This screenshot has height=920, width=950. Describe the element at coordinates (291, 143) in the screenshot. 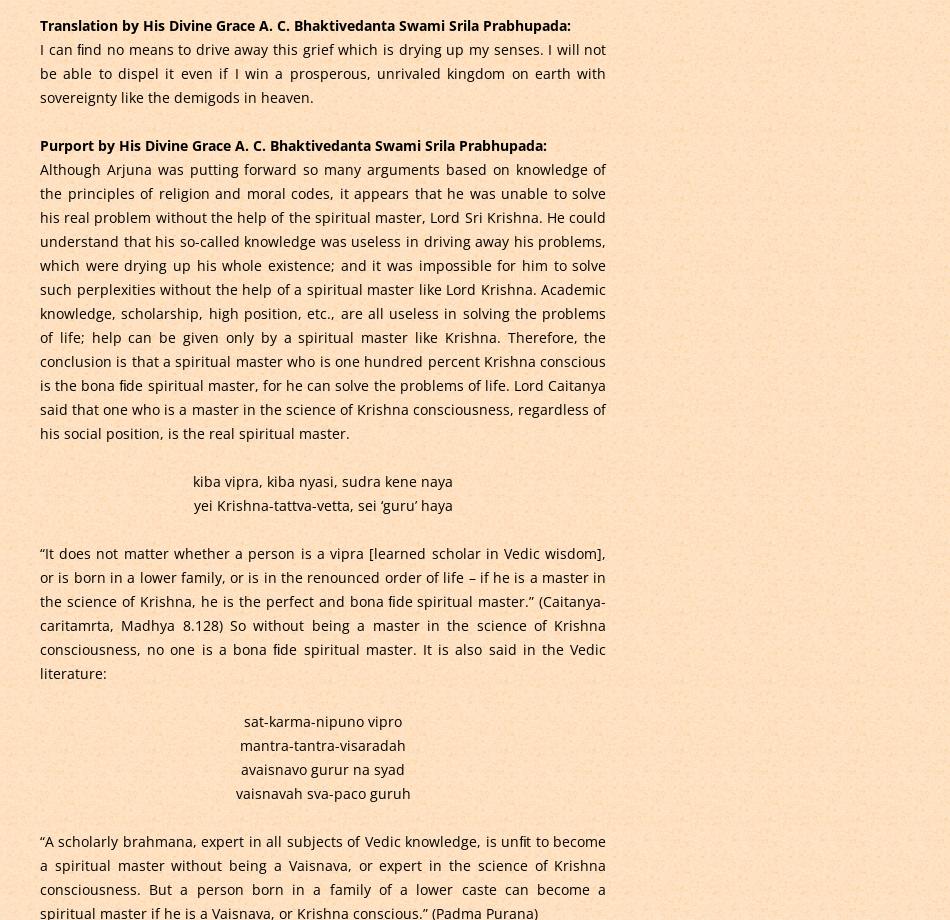

I see `'Purport by His Divine Grace A. C. Bhaktivedanta Swami Srila Prabhupada:'` at that location.